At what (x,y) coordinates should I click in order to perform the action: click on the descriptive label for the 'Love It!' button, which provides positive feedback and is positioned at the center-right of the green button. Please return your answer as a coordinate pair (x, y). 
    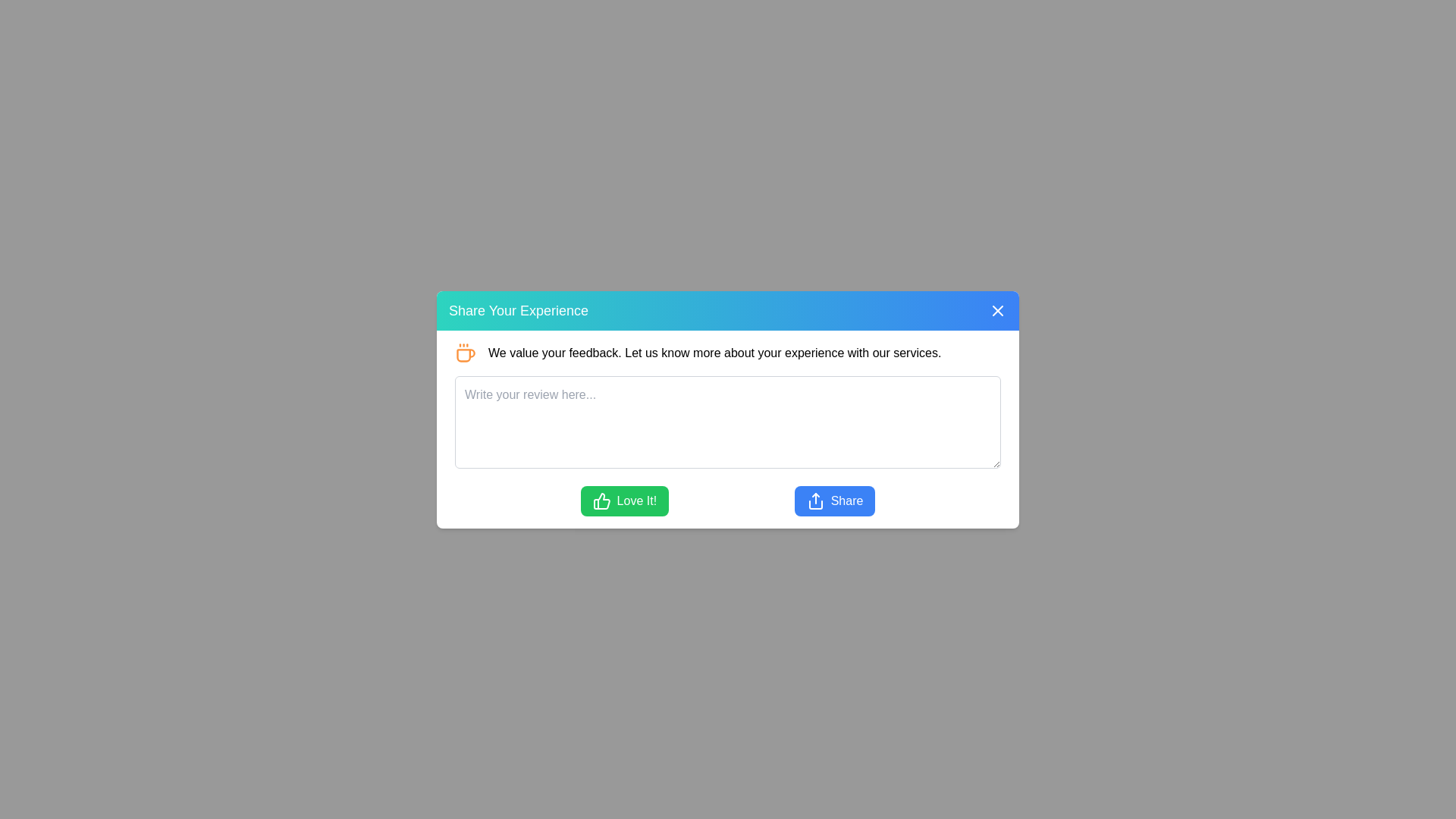
    Looking at the image, I should click on (636, 500).